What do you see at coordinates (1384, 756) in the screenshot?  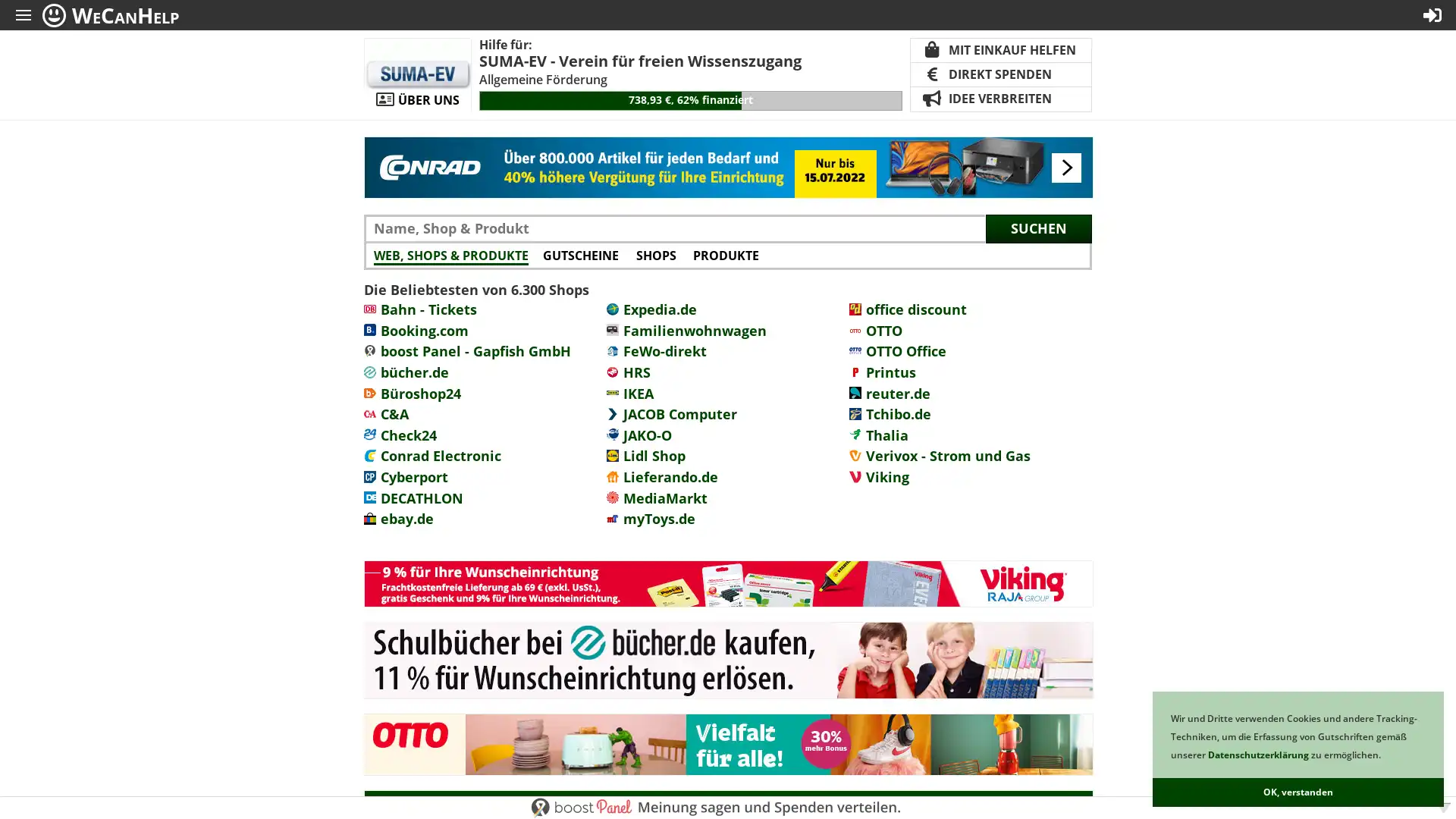 I see `learn more about cookies` at bounding box center [1384, 756].